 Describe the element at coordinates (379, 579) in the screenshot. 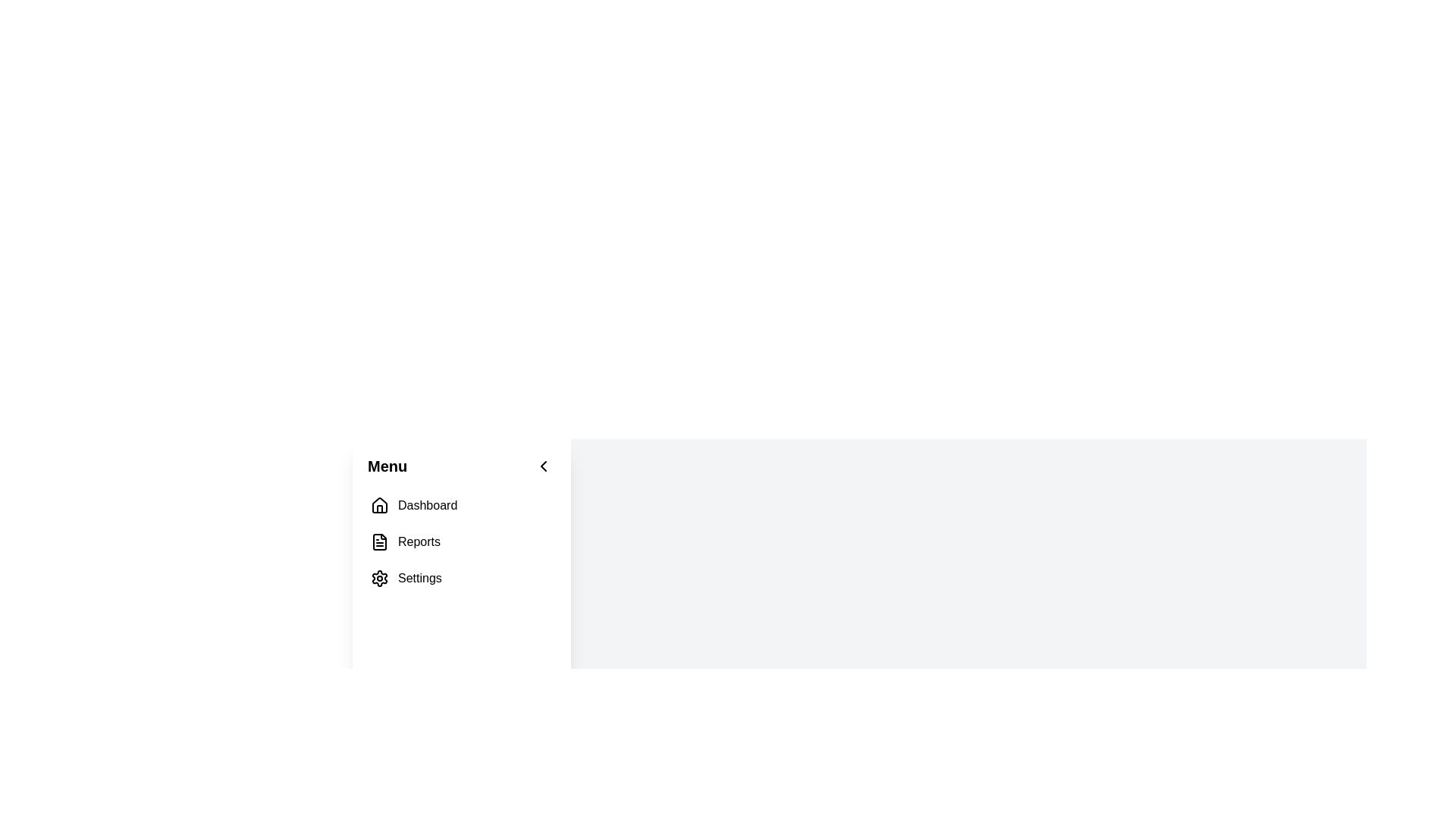

I see `the gear-shaped settings icon in the left-hand sidebar` at that location.